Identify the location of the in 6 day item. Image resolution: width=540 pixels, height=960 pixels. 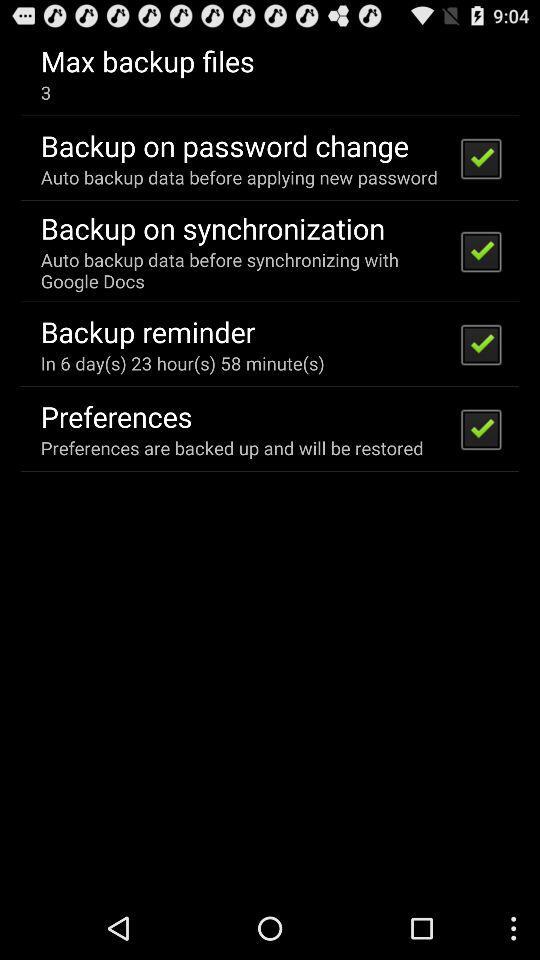
(182, 362).